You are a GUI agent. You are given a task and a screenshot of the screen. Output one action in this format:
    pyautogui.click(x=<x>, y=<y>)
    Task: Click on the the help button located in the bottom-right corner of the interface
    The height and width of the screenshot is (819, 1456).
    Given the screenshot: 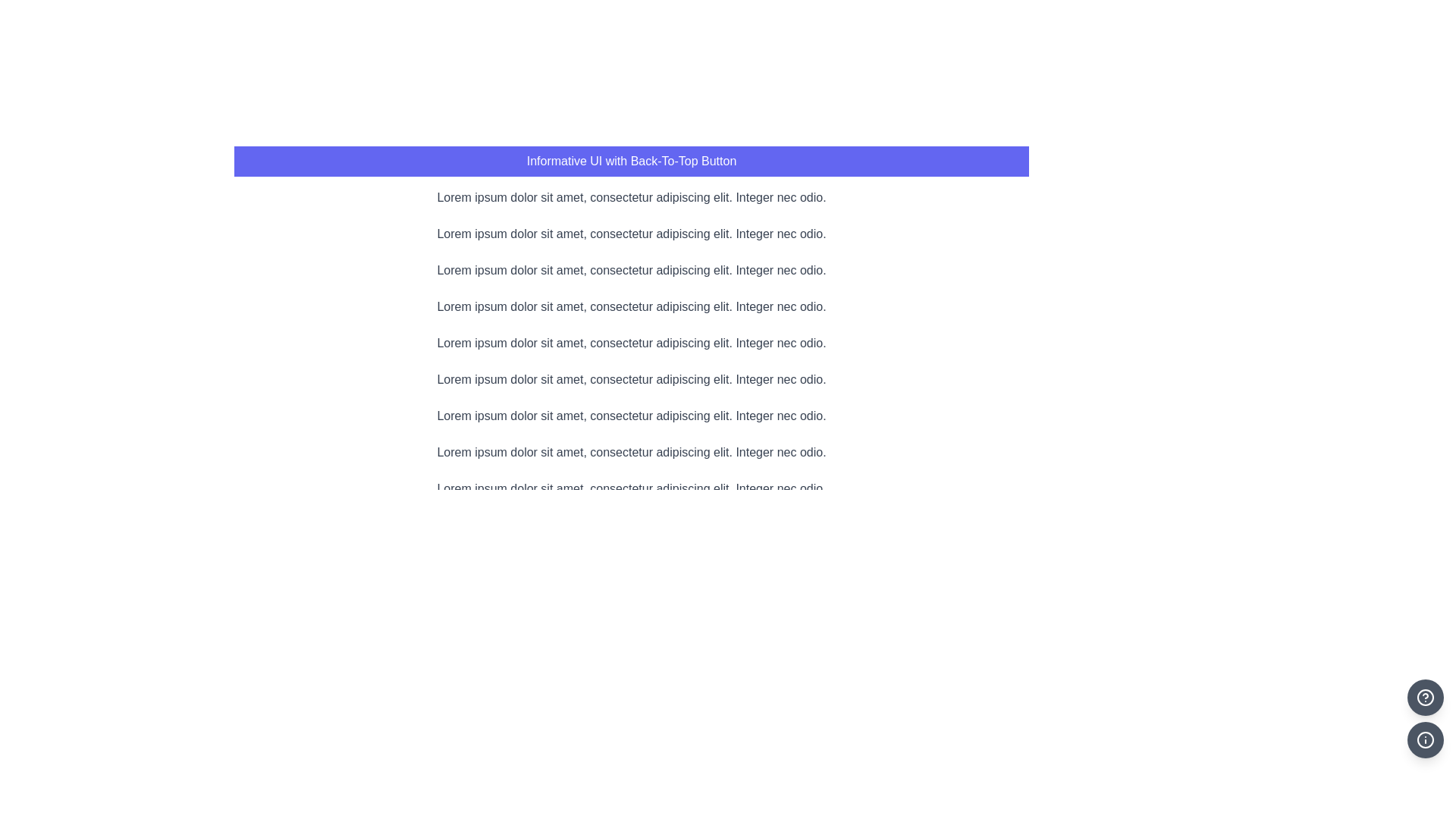 What is the action you would take?
    pyautogui.click(x=1425, y=698)
    